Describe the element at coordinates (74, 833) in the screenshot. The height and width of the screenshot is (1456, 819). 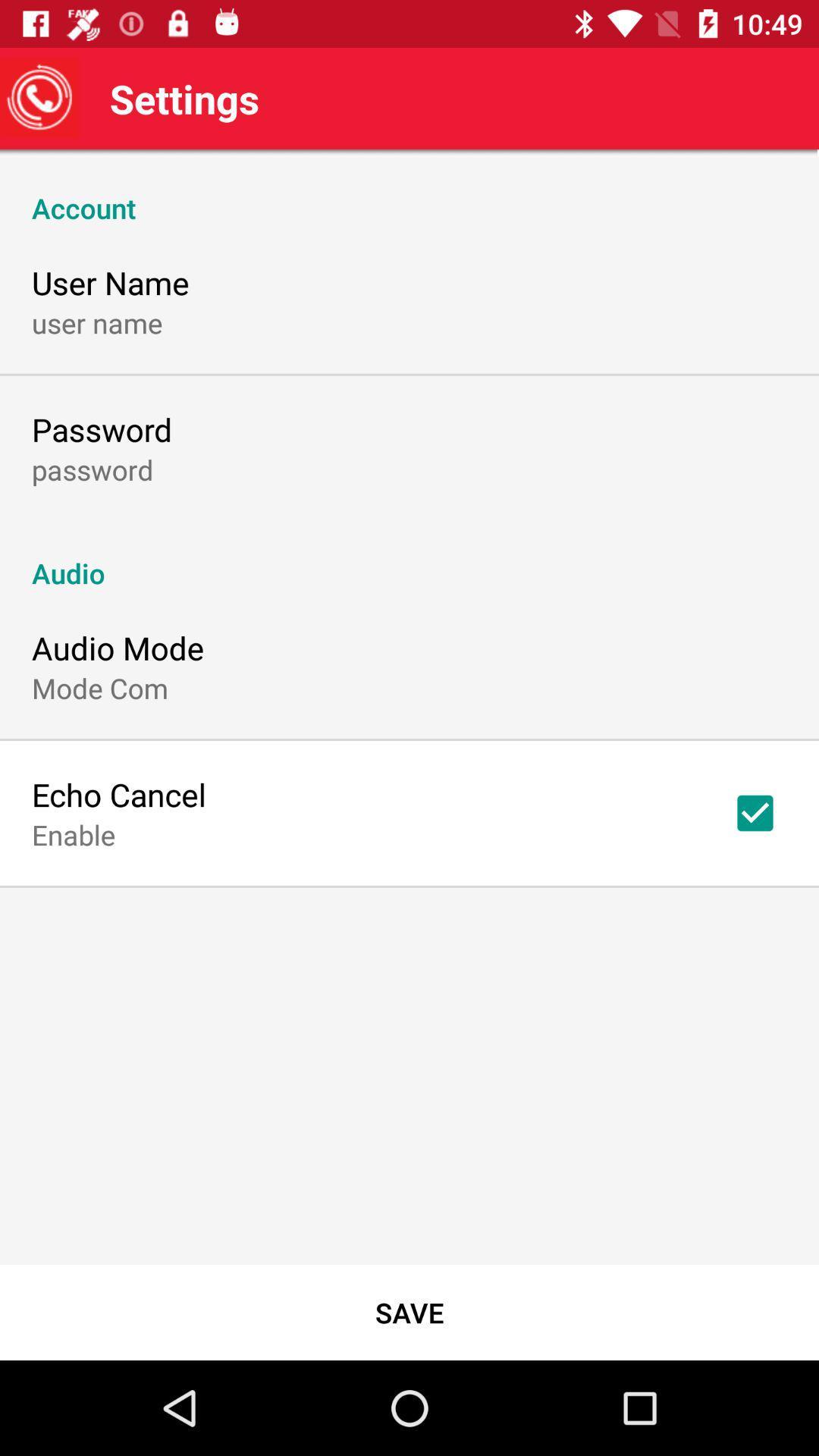
I see `item below echo cancel icon` at that location.